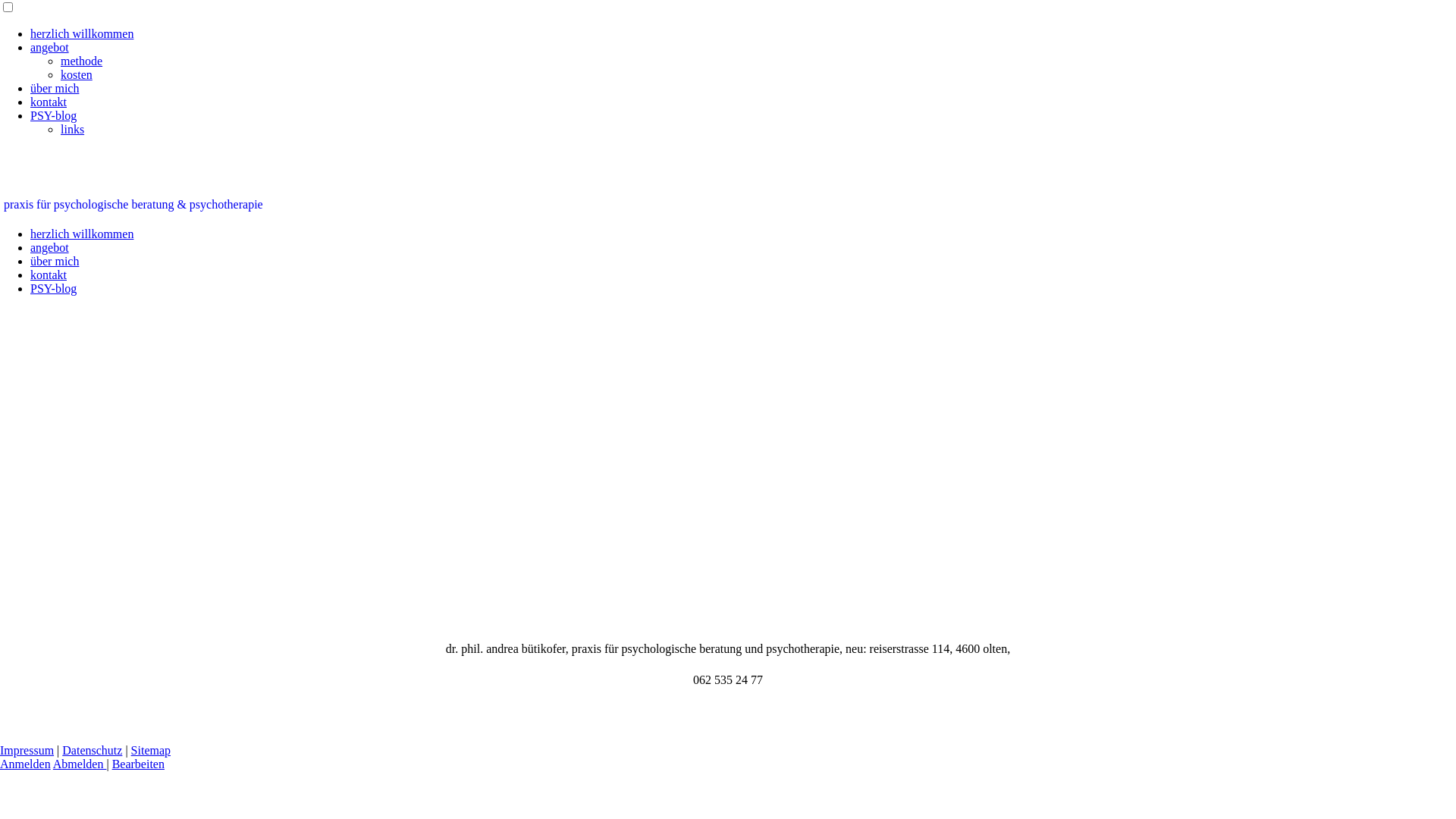 This screenshot has height=819, width=1456. I want to click on 'PSY-blog', so click(53, 115).